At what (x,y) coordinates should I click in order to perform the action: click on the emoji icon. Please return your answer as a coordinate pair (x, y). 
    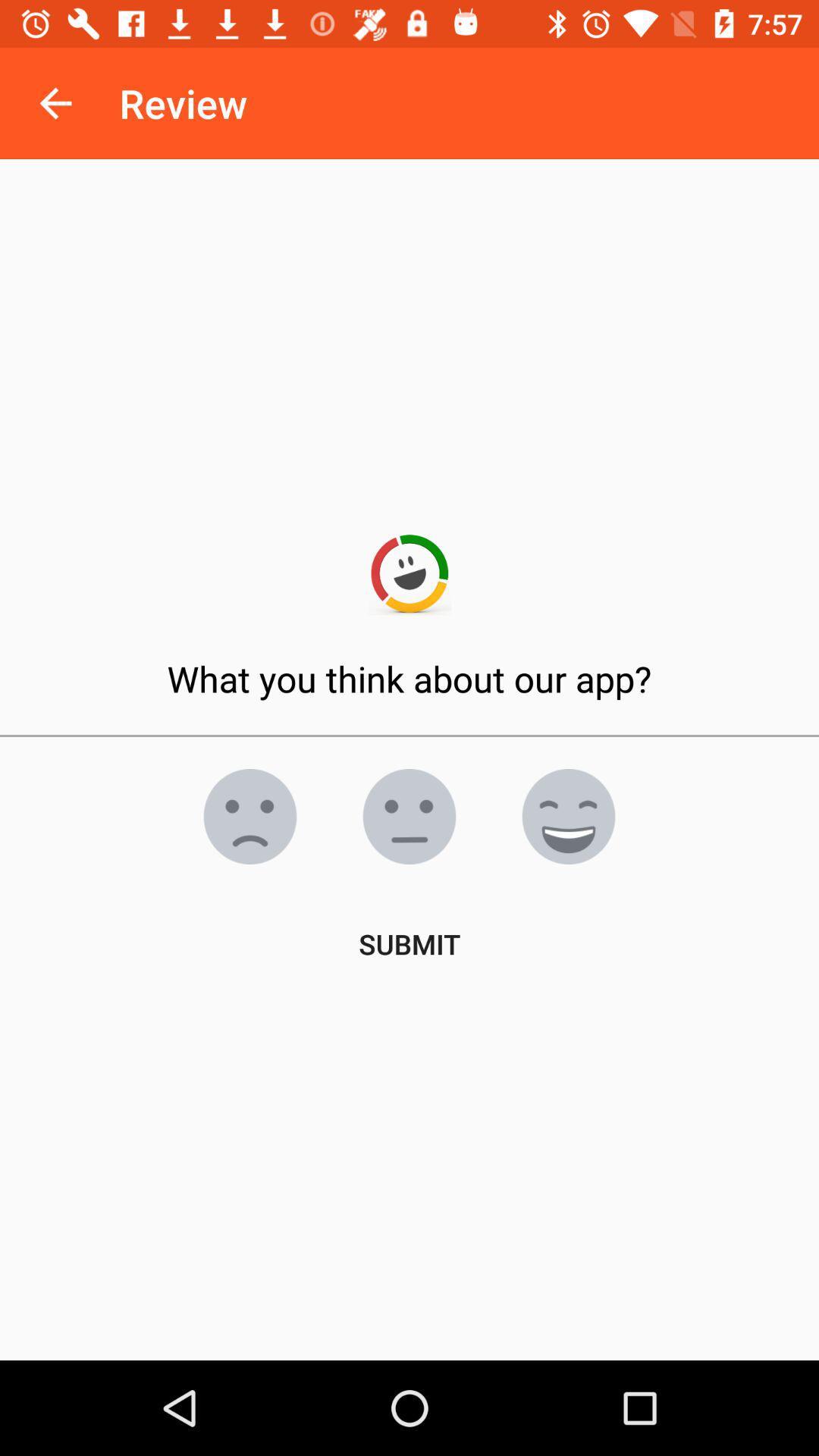
    Looking at the image, I should click on (249, 815).